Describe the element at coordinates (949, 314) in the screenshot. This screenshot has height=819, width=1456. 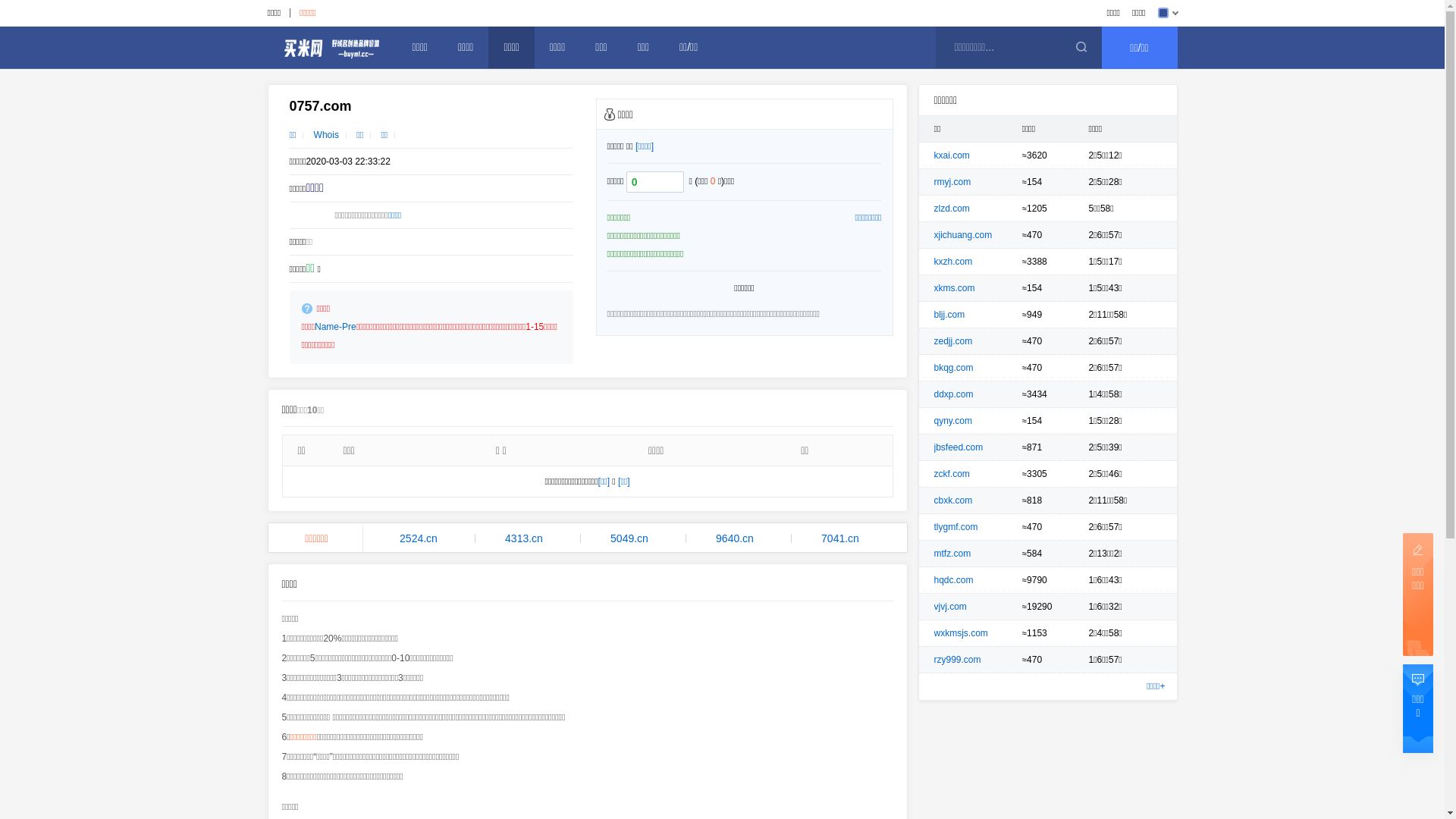
I see `'bljj.com'` at that location.